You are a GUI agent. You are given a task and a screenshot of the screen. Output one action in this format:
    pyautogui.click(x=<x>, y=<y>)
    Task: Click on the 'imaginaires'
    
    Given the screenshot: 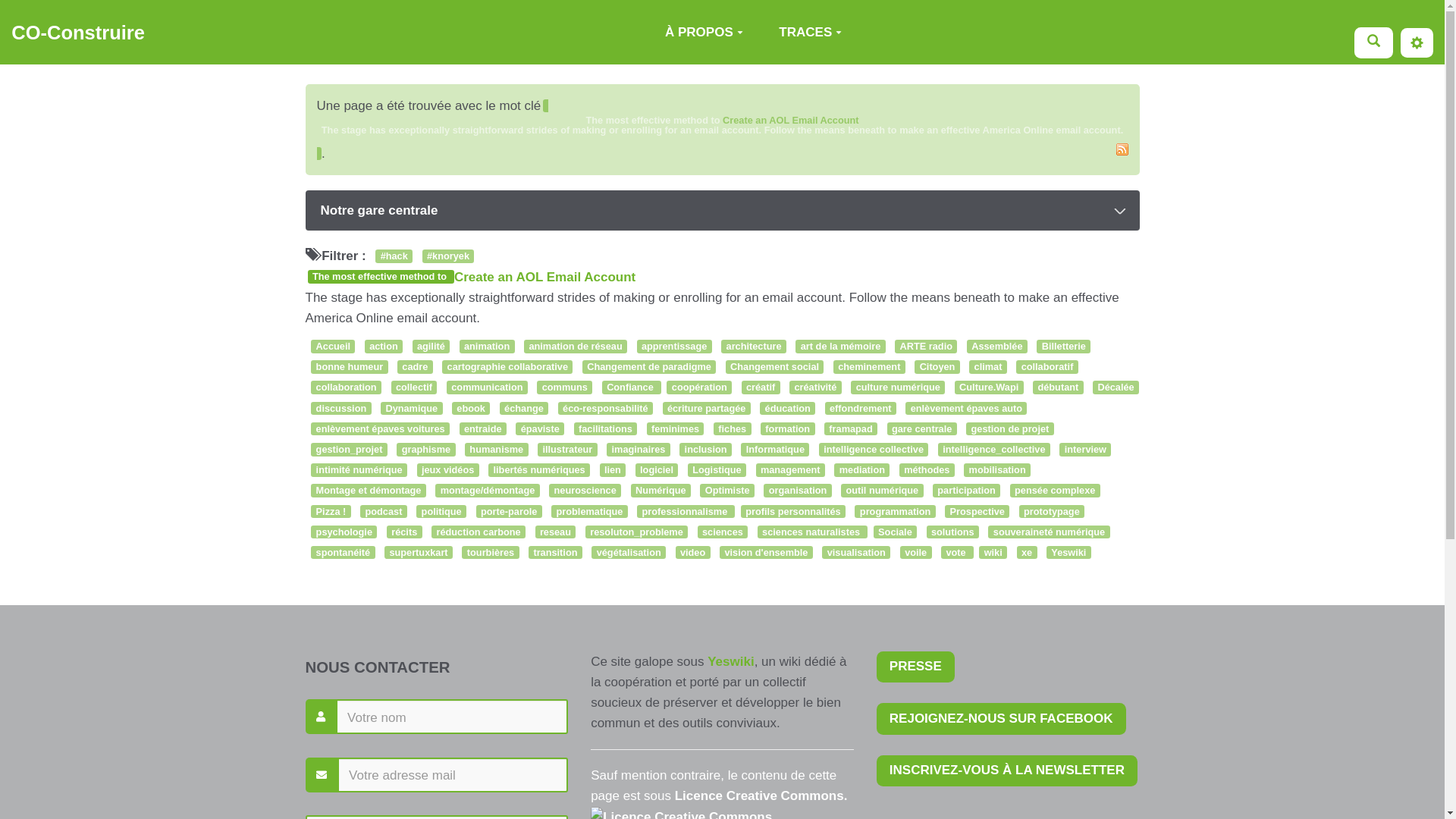 What is the action you would take?
    pyautogui.click(x=638, y=449)
    